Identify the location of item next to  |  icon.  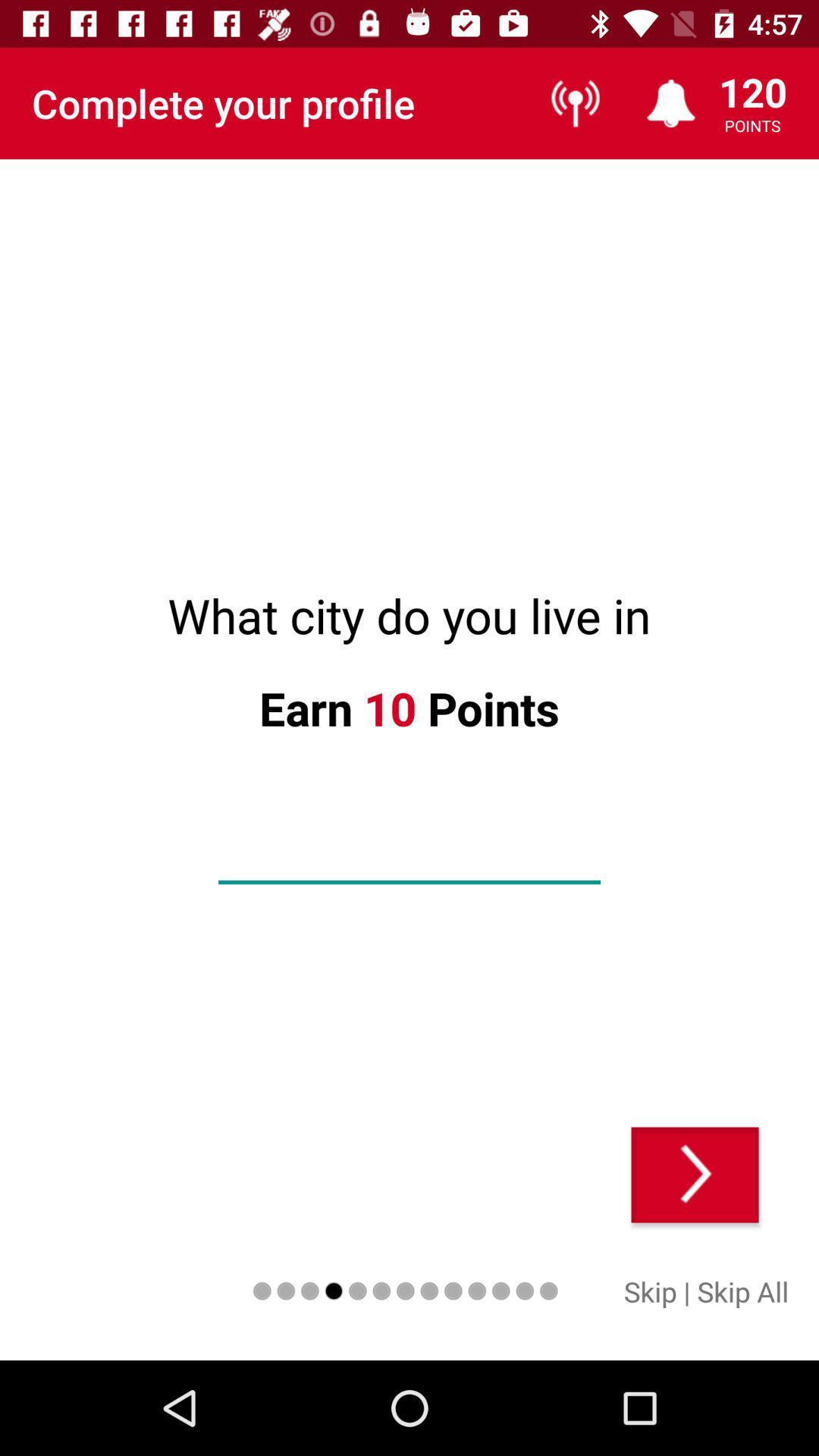
(742, 1291).